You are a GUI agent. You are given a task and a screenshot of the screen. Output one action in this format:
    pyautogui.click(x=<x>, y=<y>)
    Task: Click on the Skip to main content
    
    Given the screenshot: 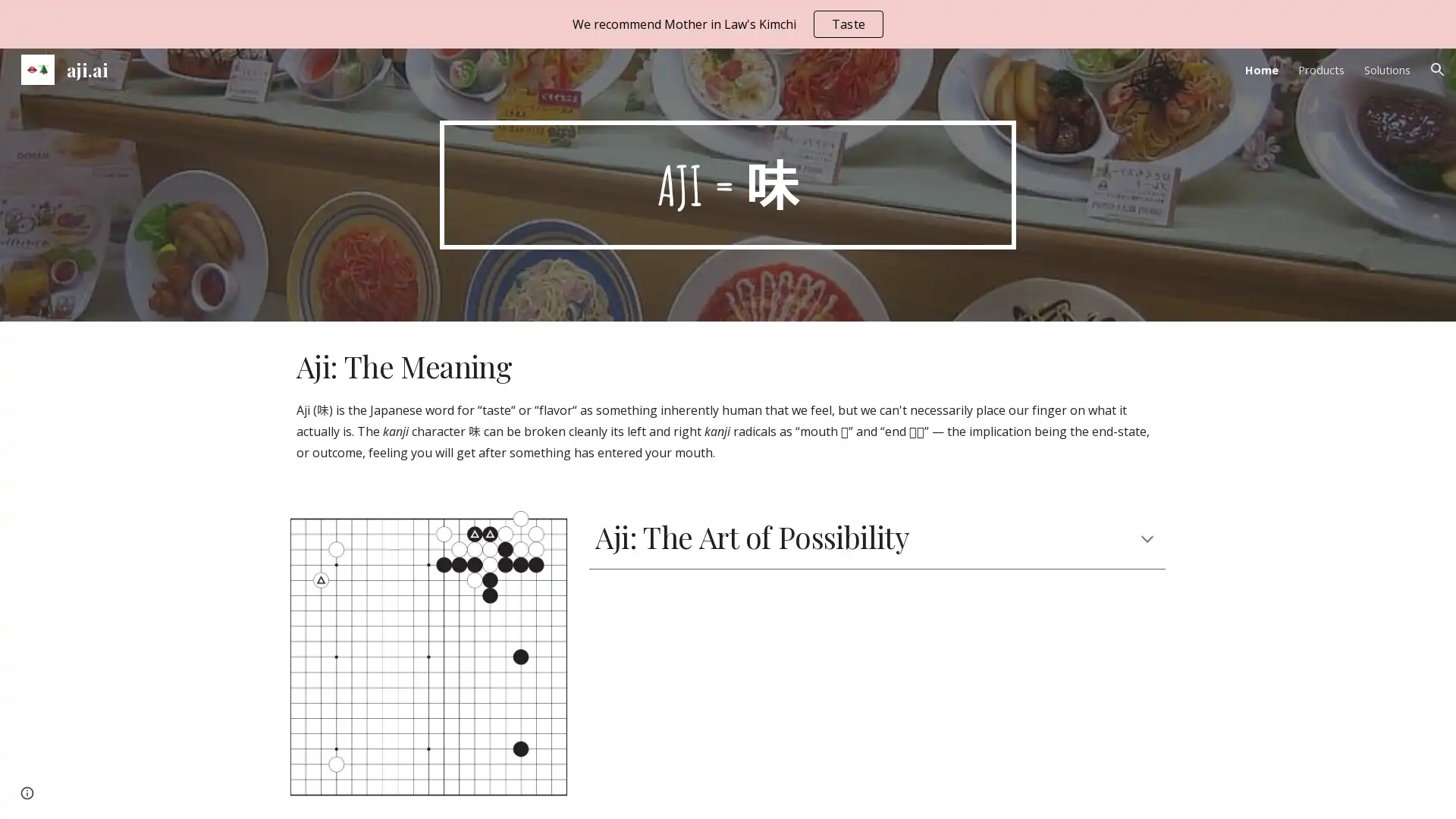 What is the action you would take?
    pyautogui.click(x=597, y=28)
    